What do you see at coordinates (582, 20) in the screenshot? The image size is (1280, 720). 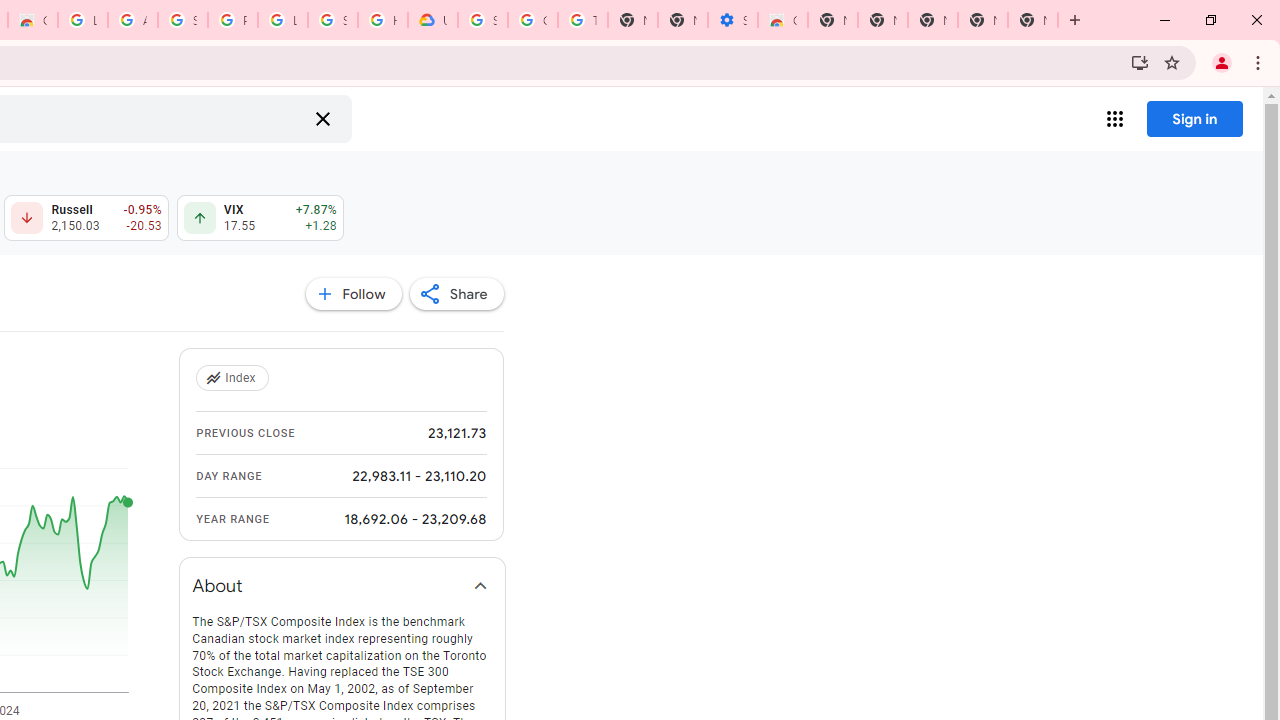 I see `'Turn cookies on or off - Computer - Google Account Help'` at bounding box center [582, 20].